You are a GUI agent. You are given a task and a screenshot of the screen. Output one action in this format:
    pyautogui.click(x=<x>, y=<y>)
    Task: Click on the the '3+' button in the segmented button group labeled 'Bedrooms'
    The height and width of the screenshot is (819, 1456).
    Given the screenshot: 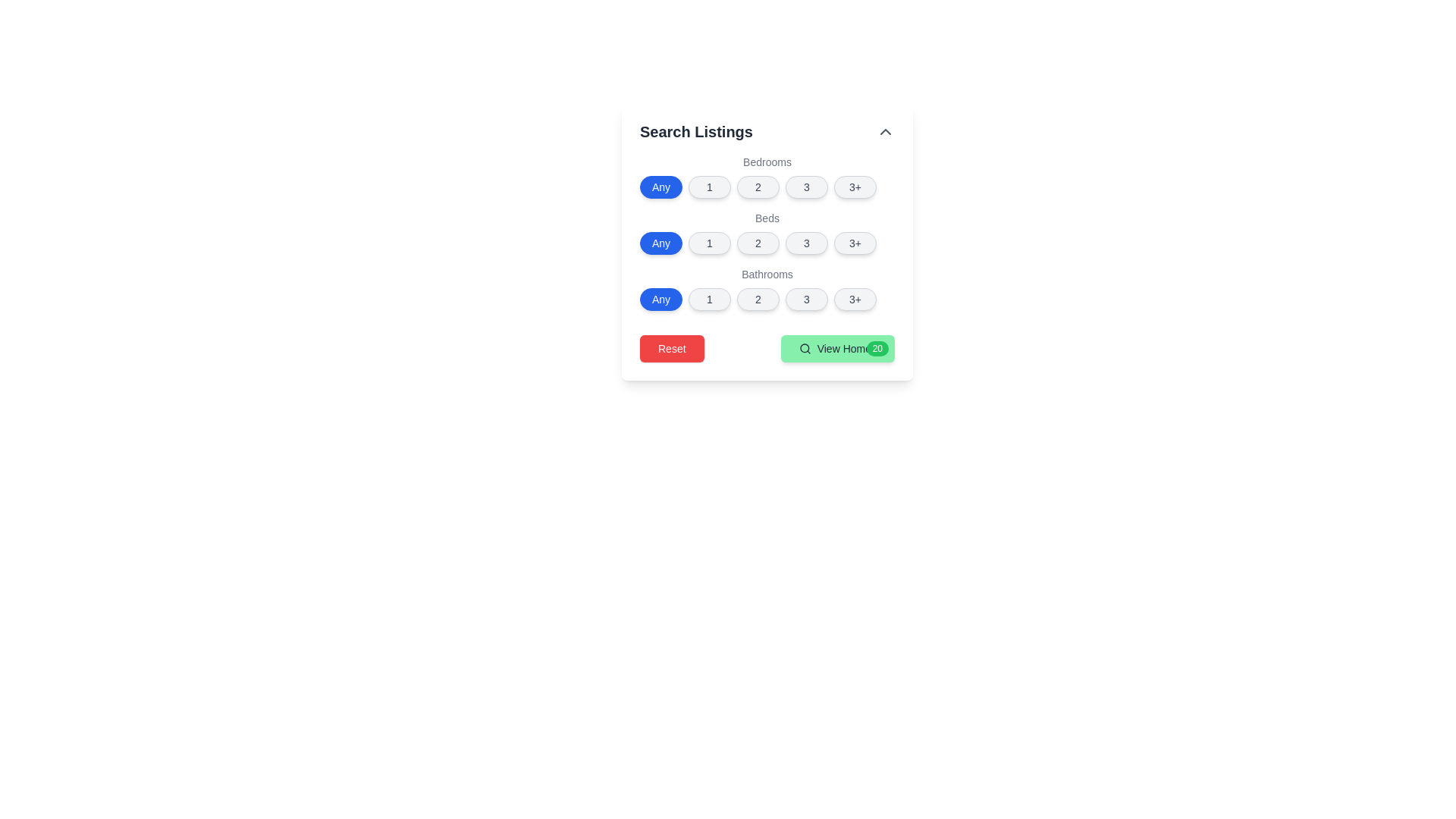 What is the action you would take?
    pyautogui.click(x=767, y=175)
    